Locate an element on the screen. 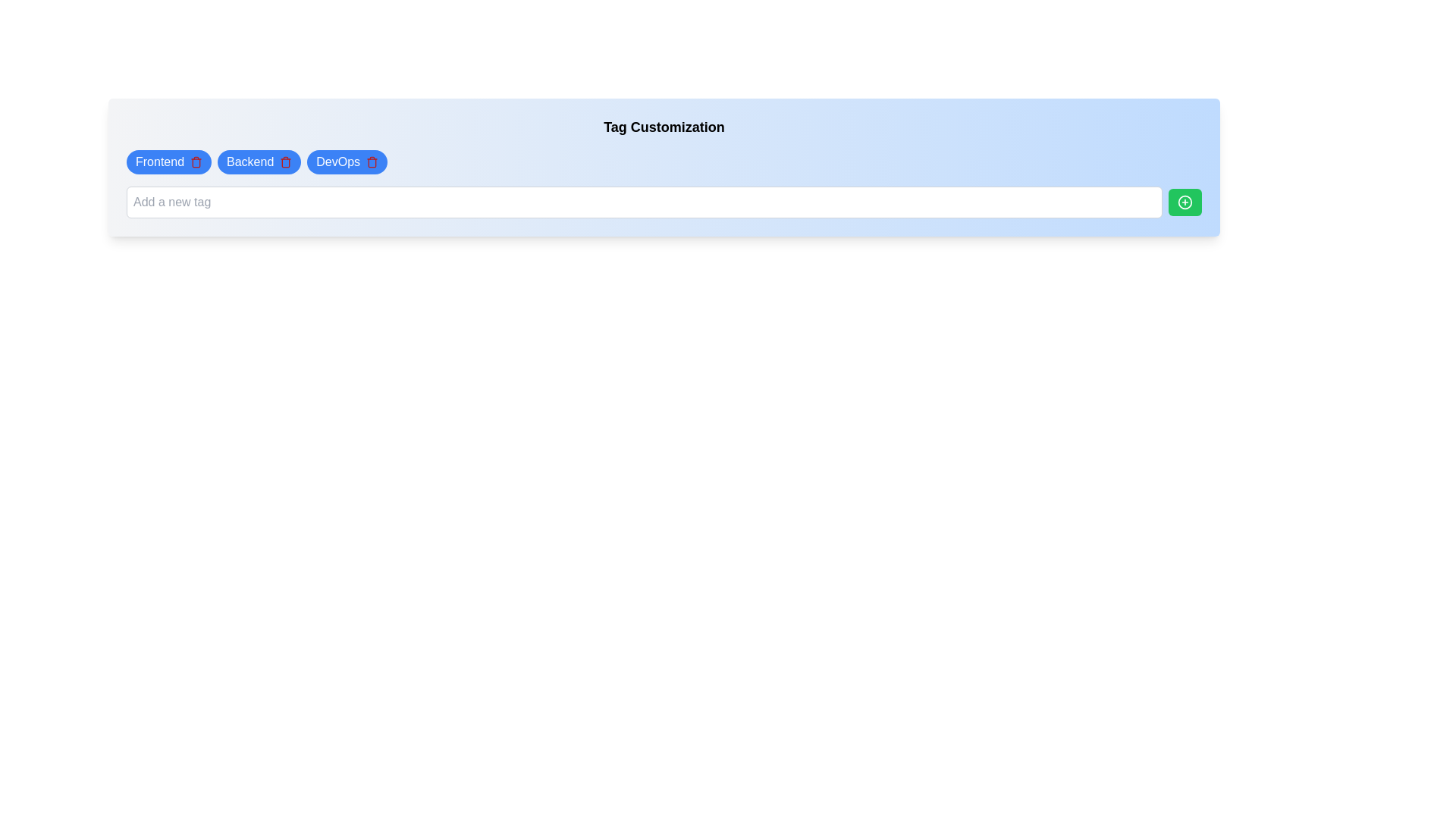 This screenshot has height=819, width=1456. the vertical line element representing the side of a waste bin icon, located next to the 'Frontend' tag is located at coordinates (196, 163).